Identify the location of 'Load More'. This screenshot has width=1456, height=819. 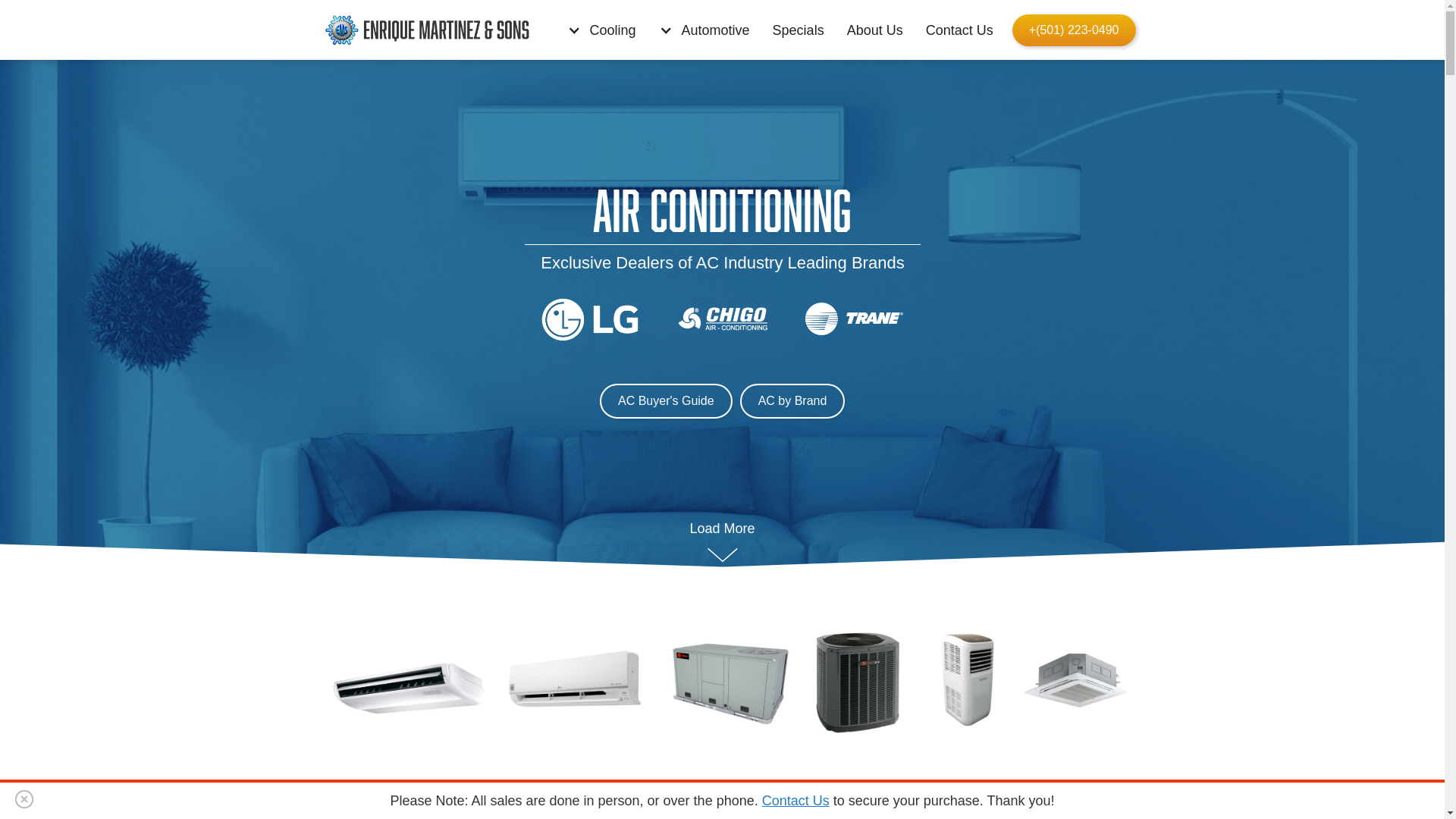
(721, 541).